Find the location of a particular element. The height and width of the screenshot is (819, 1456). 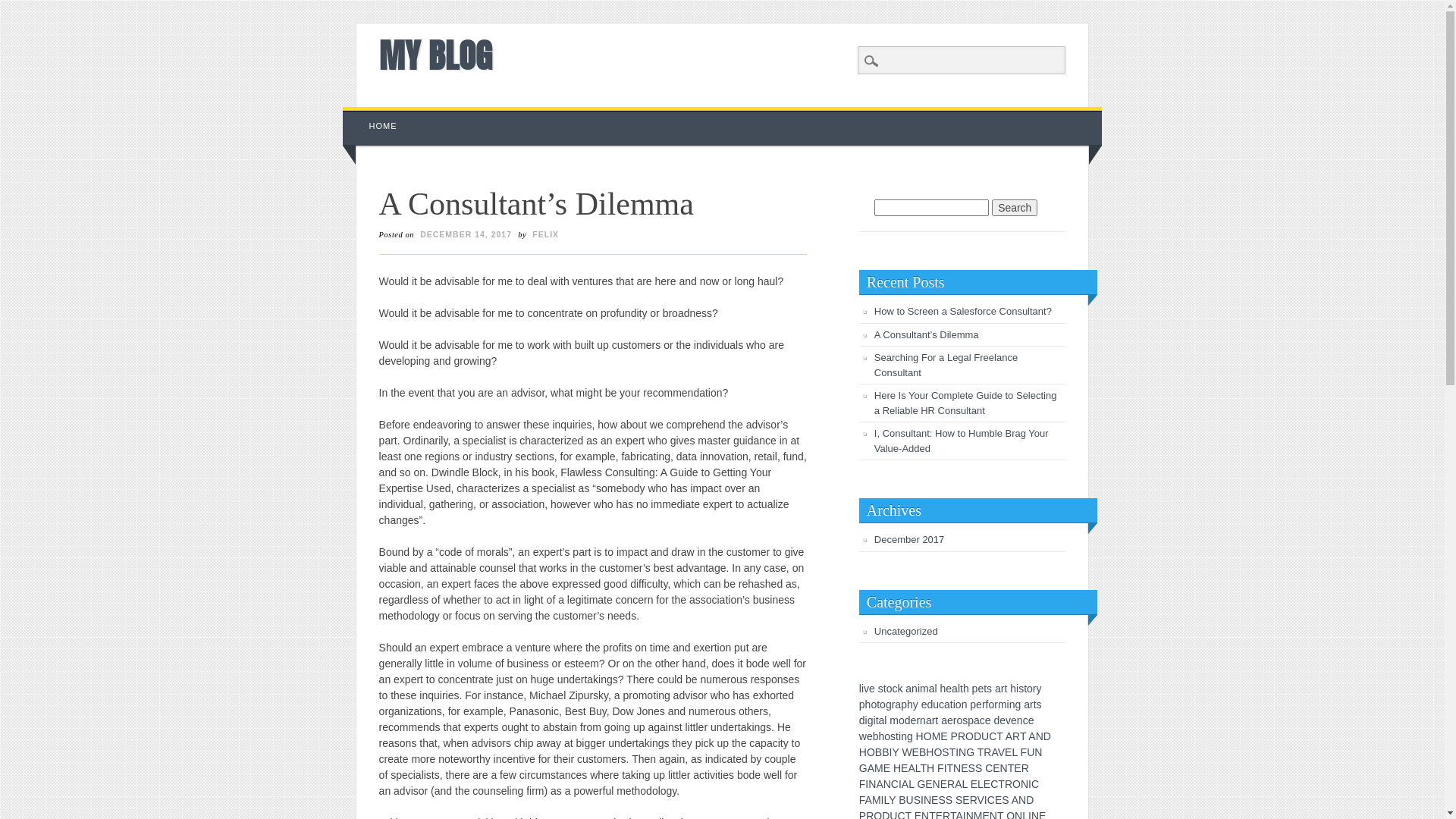

'Uncategorized' is located at coordinates (906, 631).